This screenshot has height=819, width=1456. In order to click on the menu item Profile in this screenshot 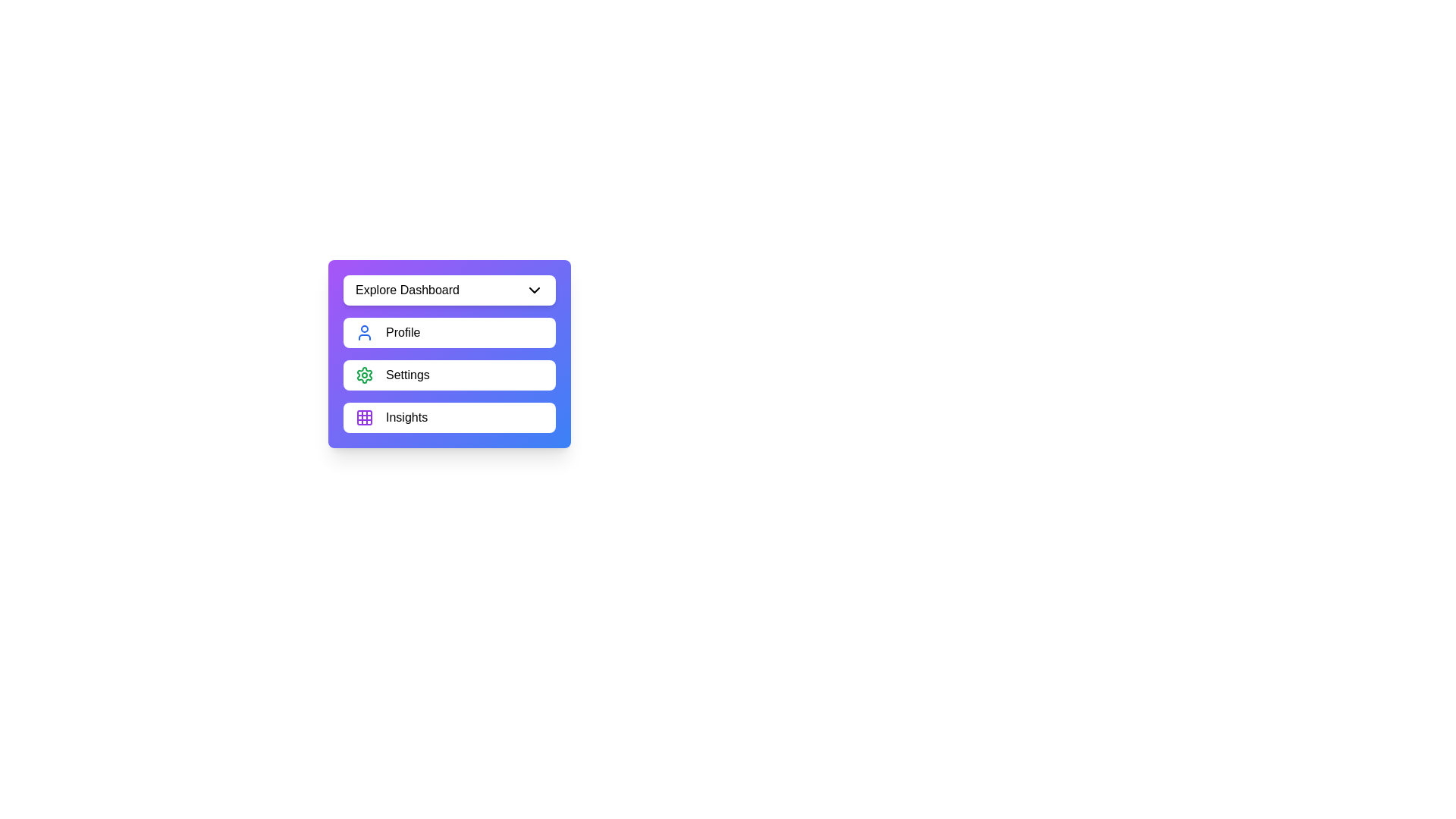, I will do `click(449, 332)`.